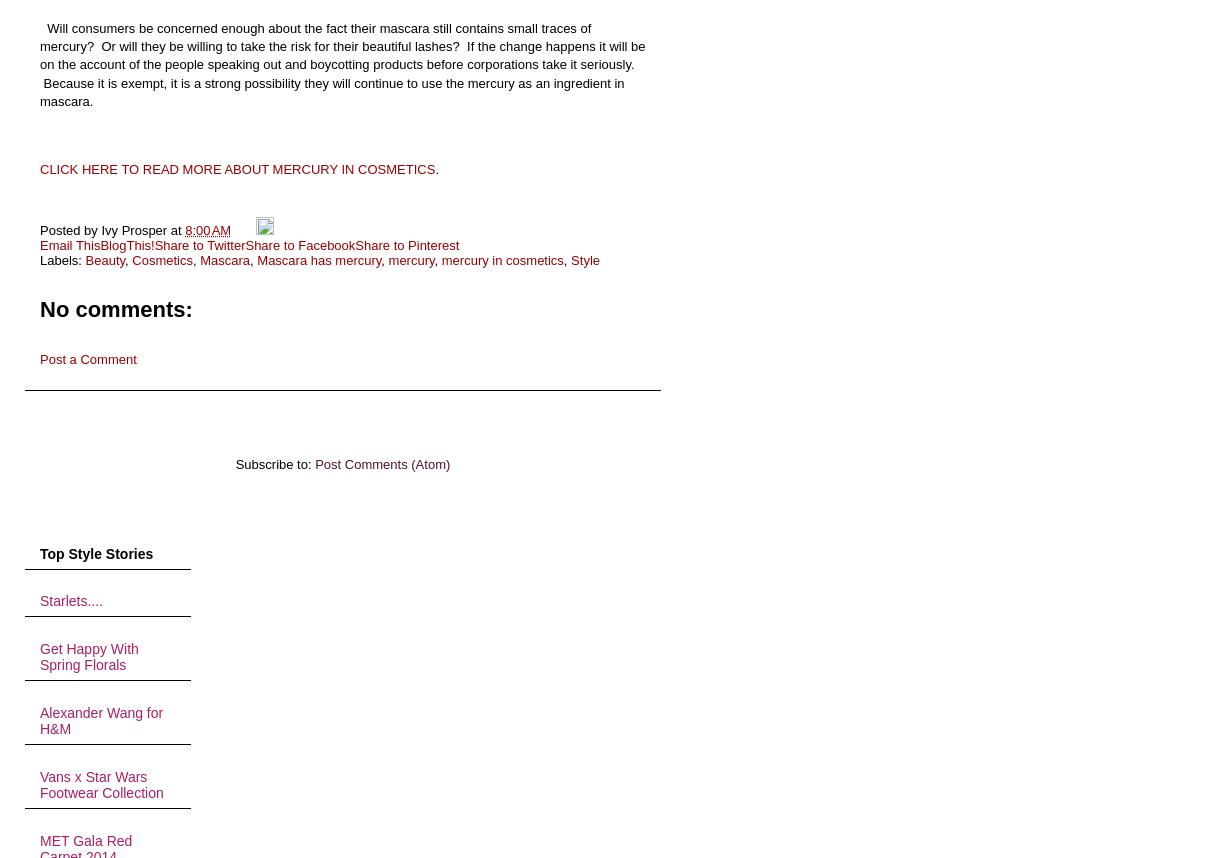 Image resolution: width=1208 pixels, height=858 pixels. I want to click on 'mercury in cosmetics', so click(440, 259).